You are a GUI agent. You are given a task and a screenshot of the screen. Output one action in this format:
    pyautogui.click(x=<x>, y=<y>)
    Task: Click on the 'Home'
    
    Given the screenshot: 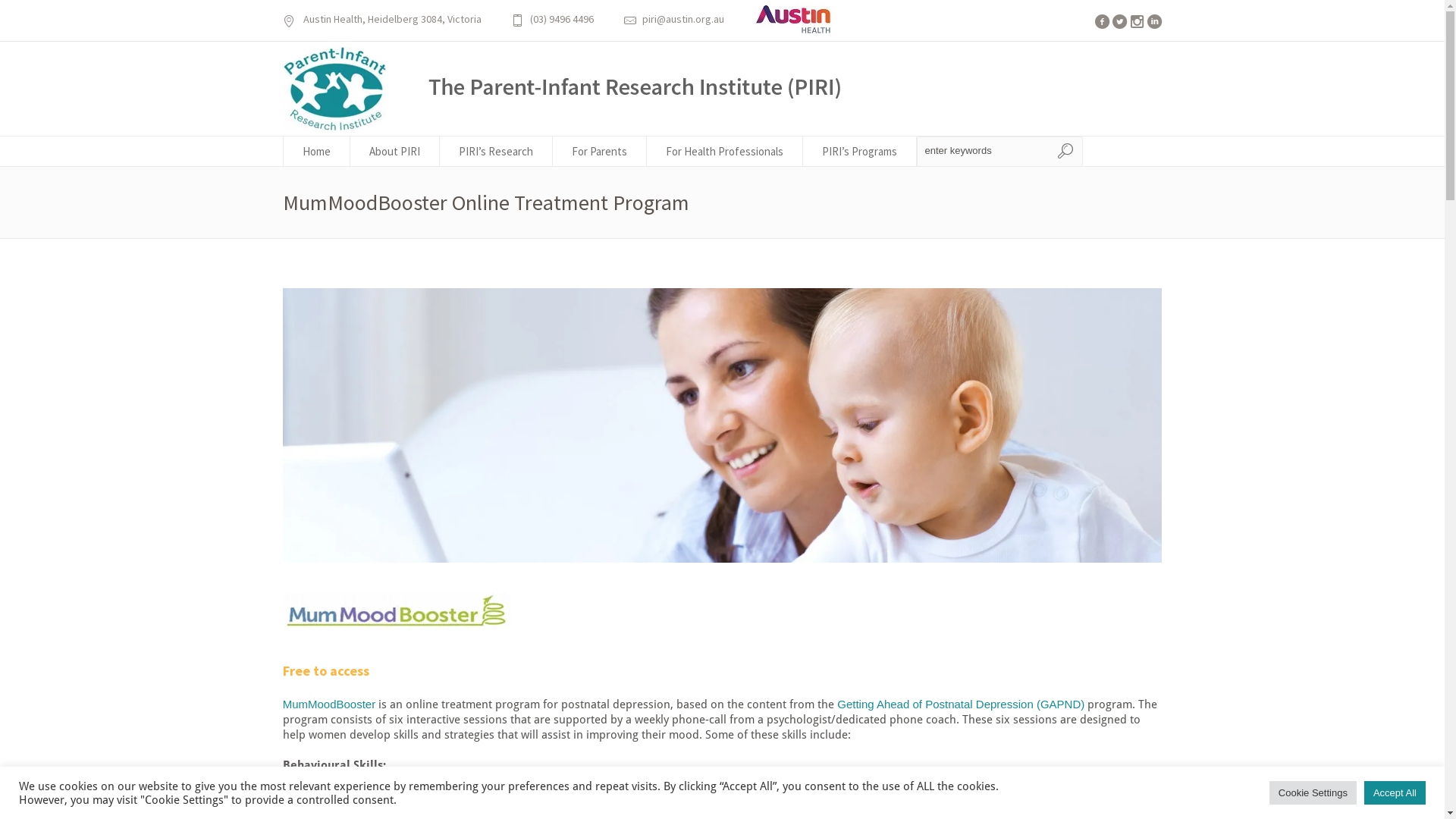 What is the action you would take?
    pyautogui.click(x=315, y=152)
    